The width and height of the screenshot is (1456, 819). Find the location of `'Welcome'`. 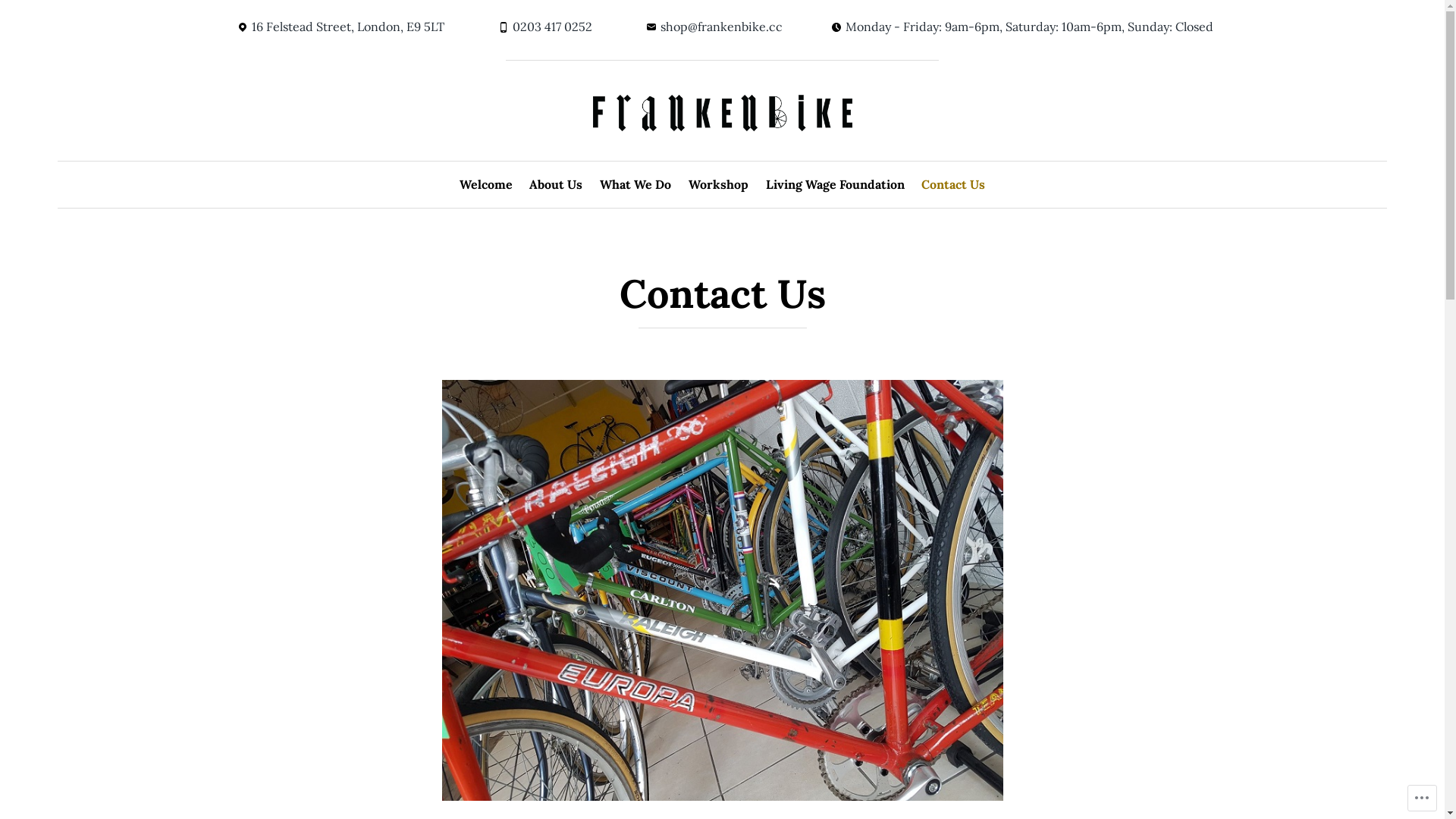

'Welcome' is located at coordinates (486, 184).